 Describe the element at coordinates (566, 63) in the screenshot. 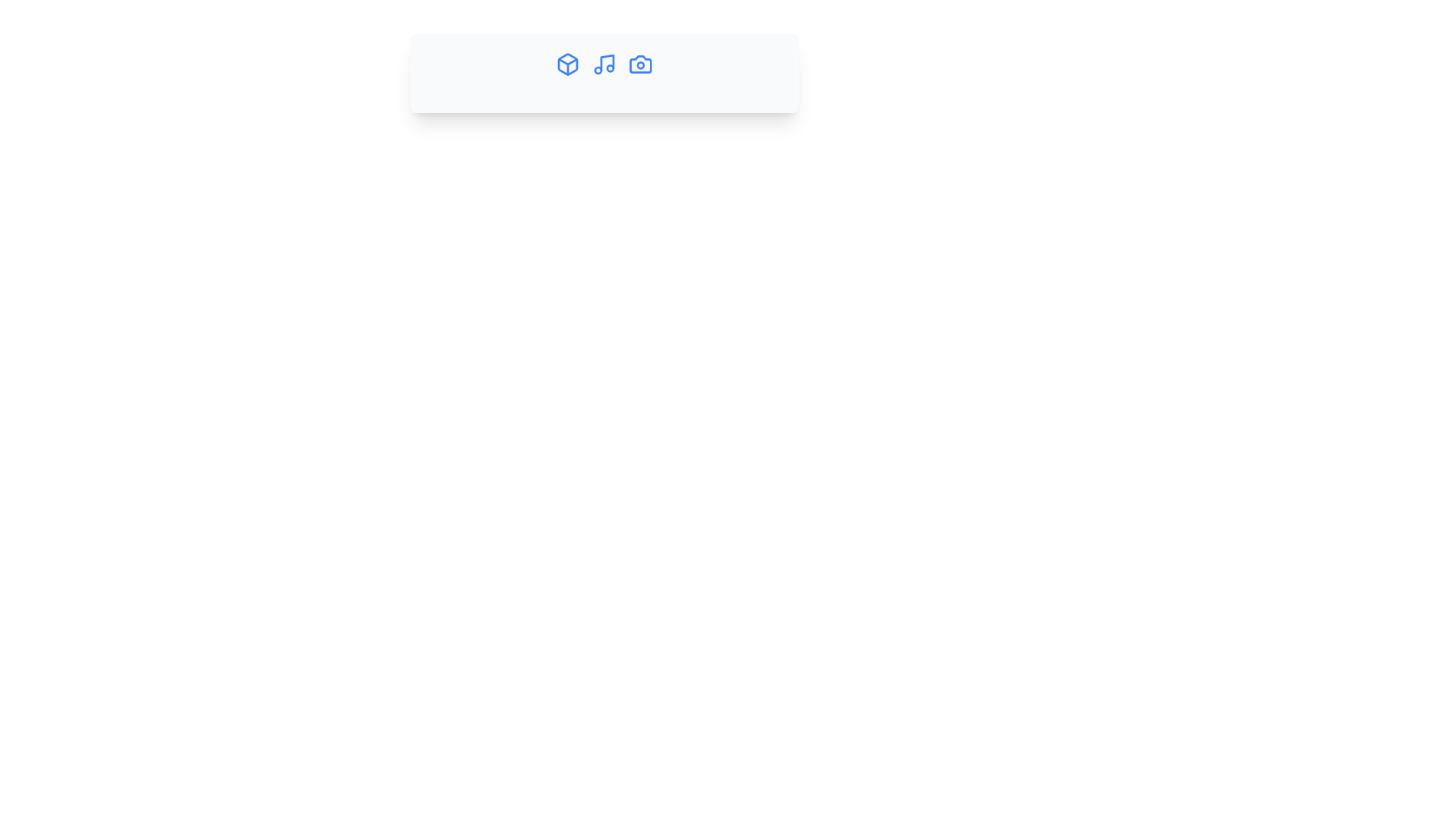

I see `the blue cube-shaped SVG icon, which is the first icon from the left in the horizontal menu bar` at that location.